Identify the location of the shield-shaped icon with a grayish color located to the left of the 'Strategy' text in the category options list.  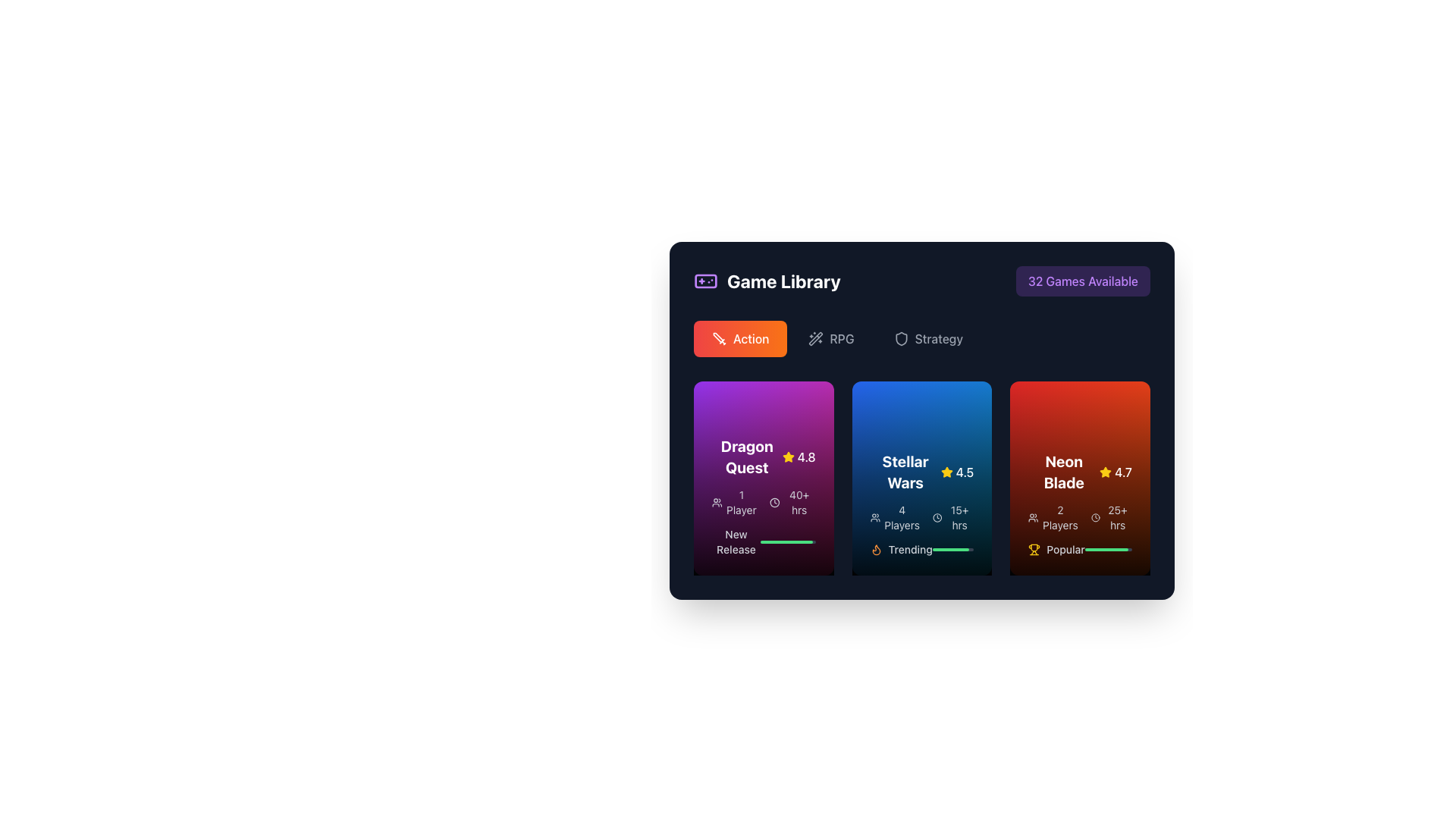
(901, 338).